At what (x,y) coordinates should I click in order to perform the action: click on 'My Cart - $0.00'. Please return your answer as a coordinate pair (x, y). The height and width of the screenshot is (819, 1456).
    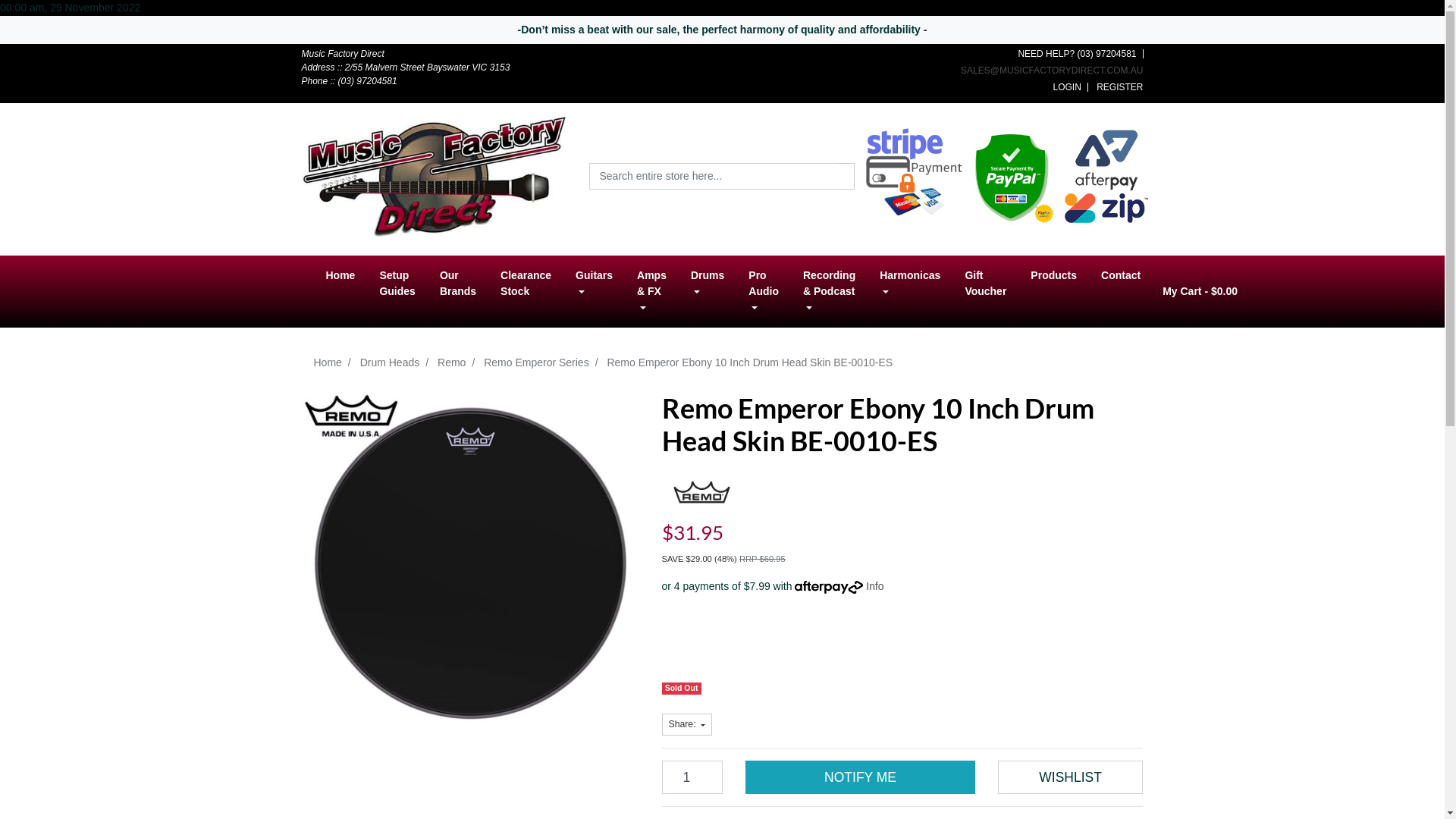
    Looking at the image, I should click on (1199, 291).